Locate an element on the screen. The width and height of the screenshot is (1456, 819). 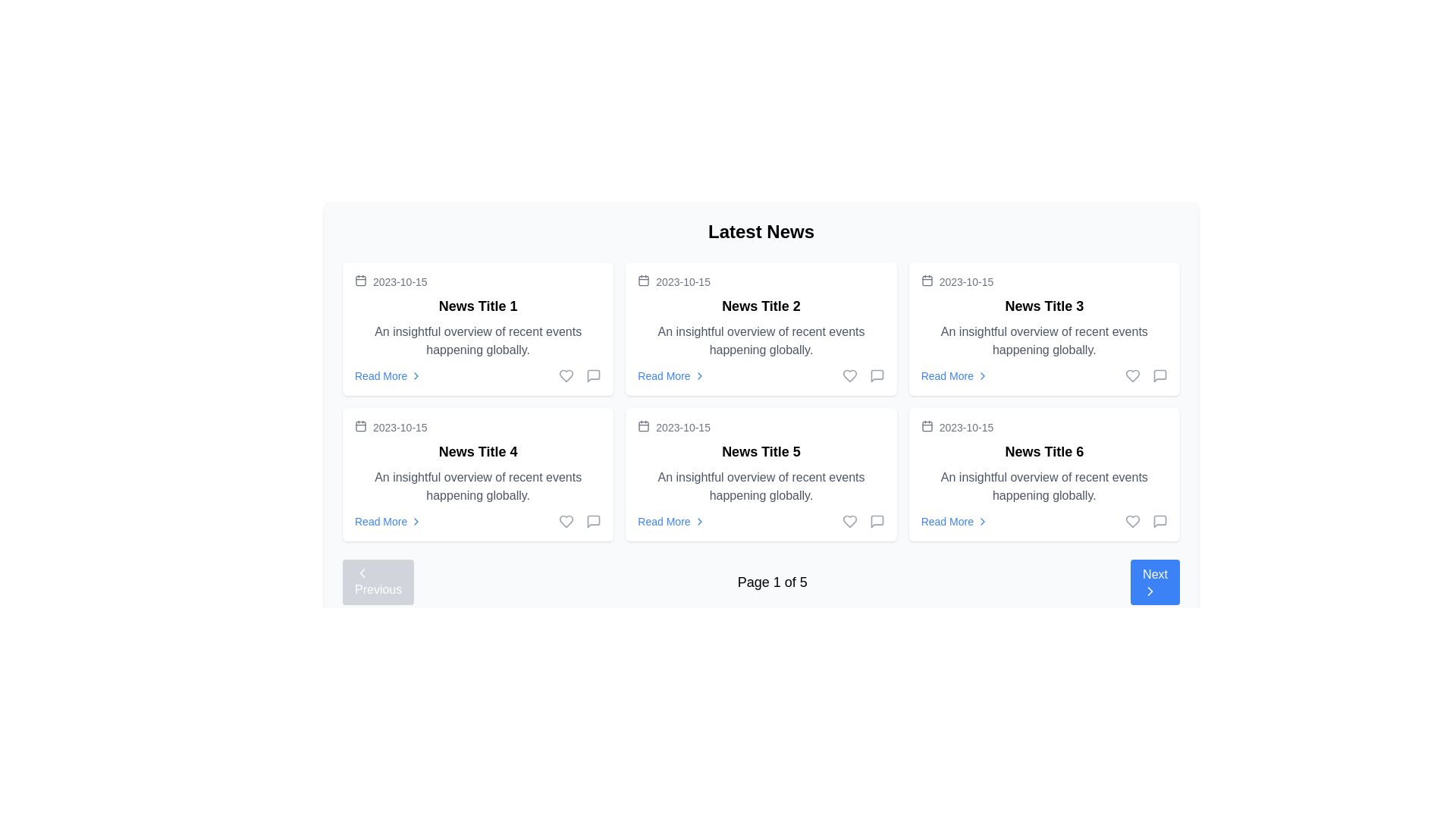
the 'Read More' hyperlink button with an arrow icon located below the news card titled 'News Title 4' in the lower-left card of the layout is located at coordinates (388, 520).